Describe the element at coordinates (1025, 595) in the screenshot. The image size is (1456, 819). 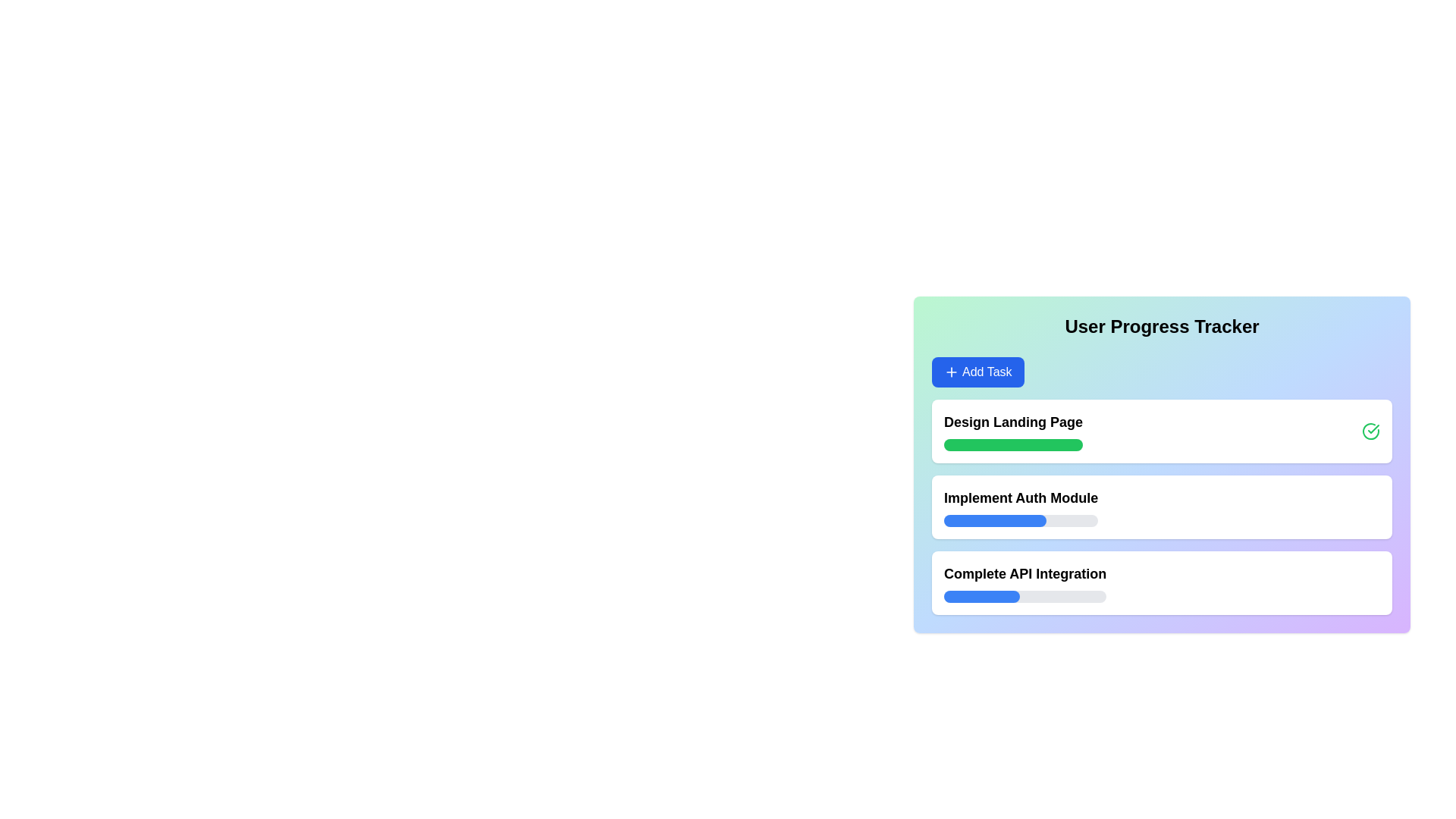
I see `the progress bar located under the text 'Complete API Integration'` at that location.